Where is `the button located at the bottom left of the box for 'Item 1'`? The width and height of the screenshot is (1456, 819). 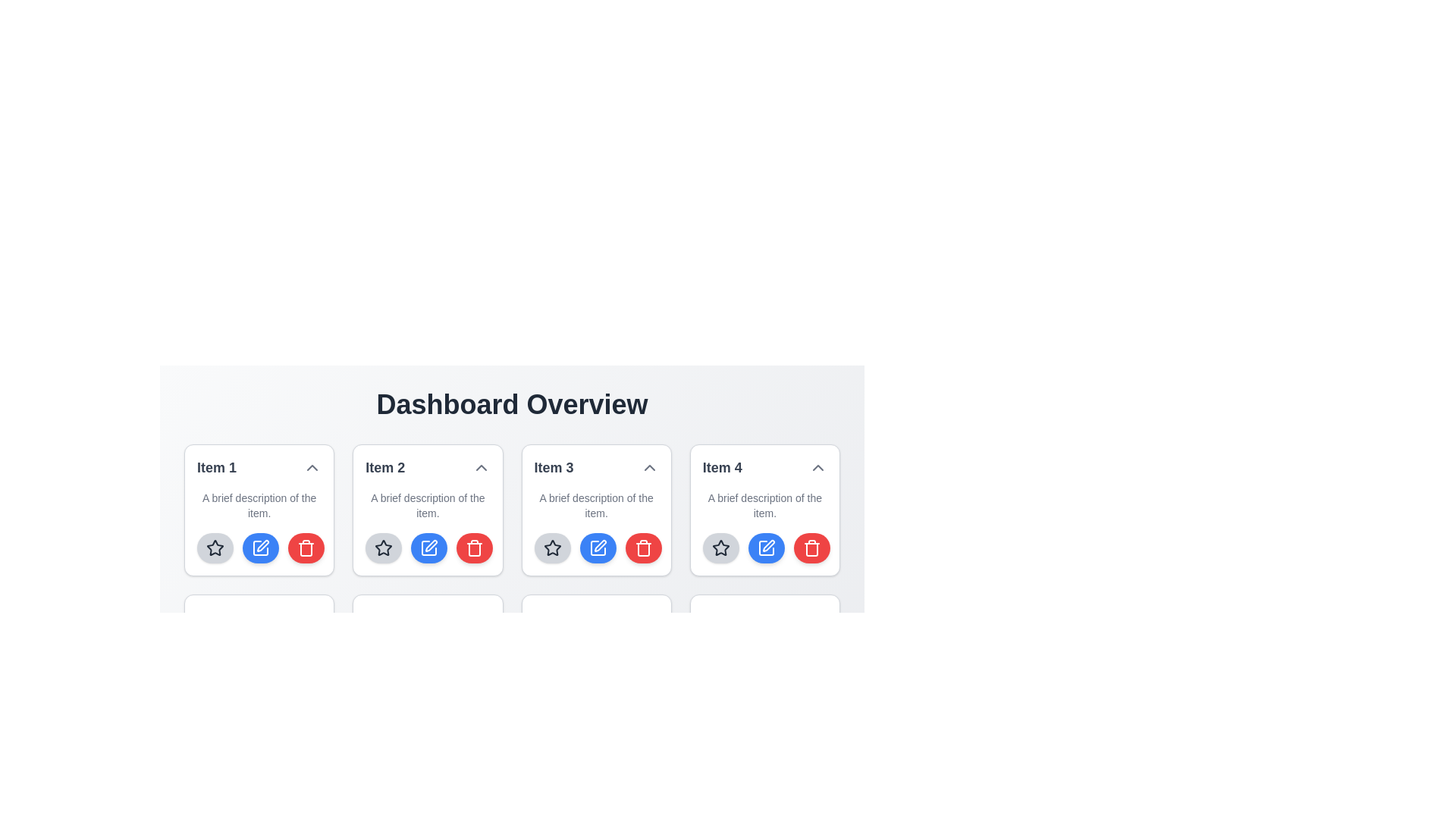
the button located at the bottom left of the box for 'Item 1' is located at coordinates (214, 548).